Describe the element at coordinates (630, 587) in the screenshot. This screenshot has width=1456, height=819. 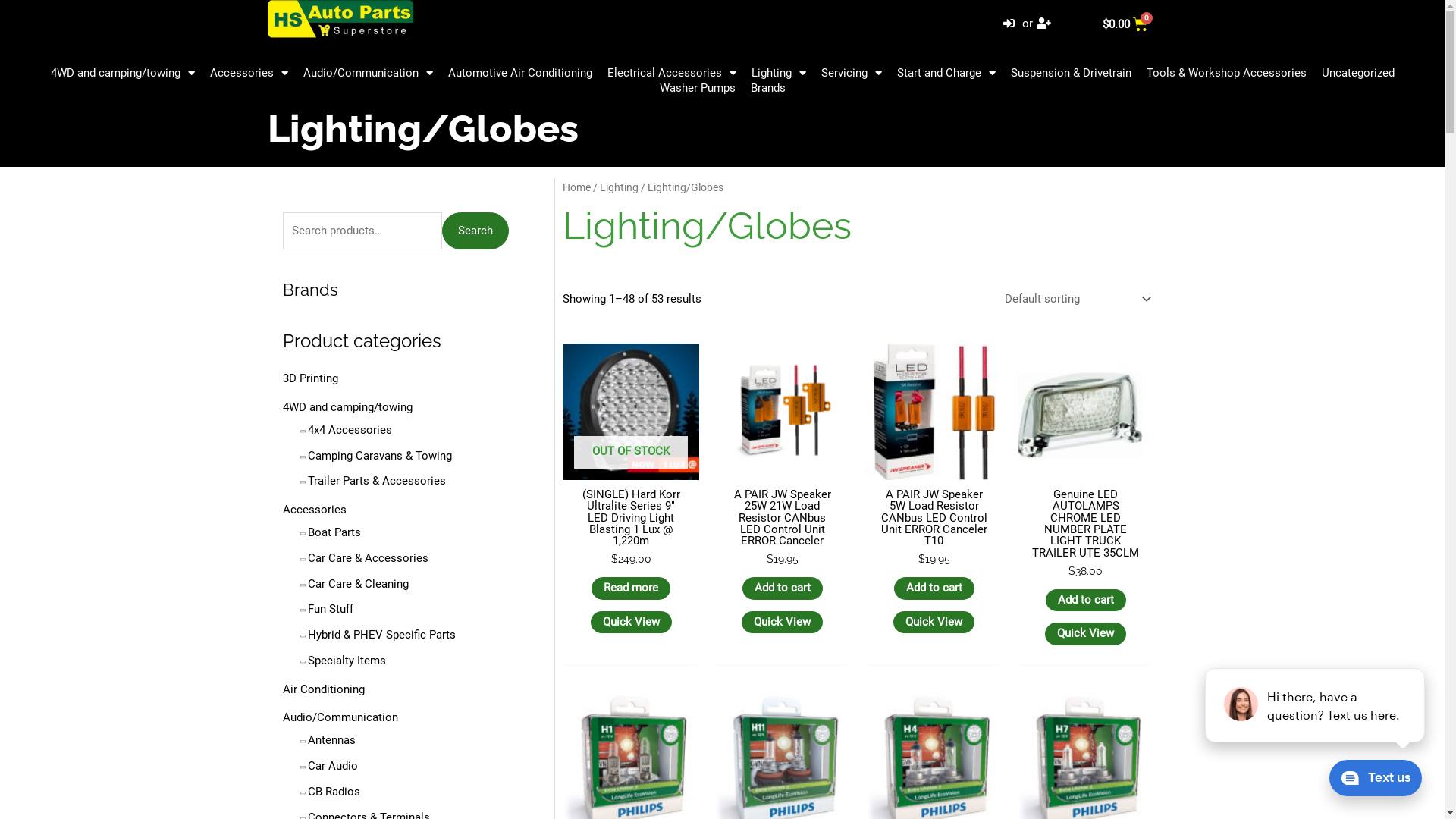
I see `'Read more'` at that location.